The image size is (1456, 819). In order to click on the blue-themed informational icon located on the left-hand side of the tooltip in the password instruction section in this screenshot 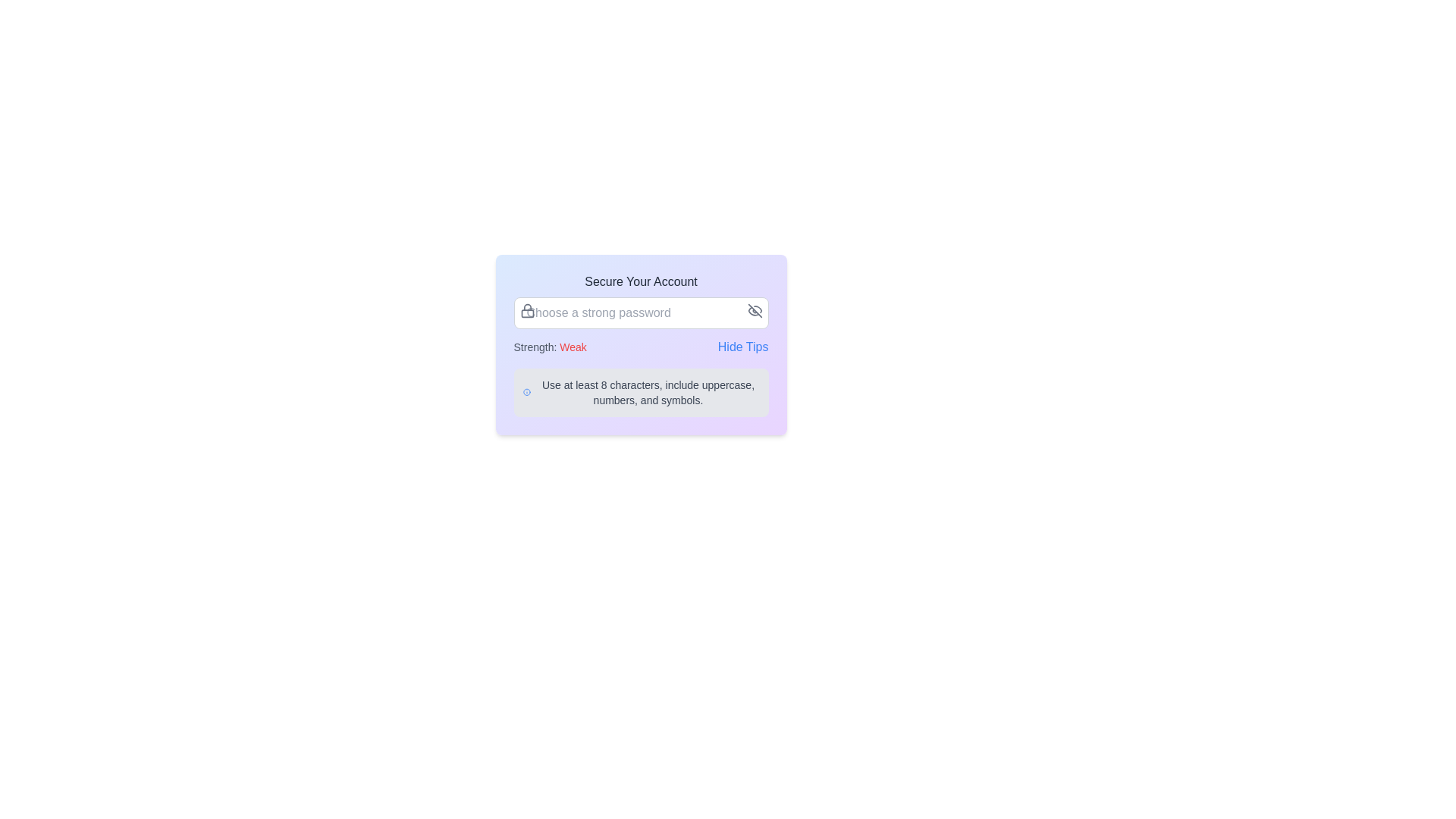, I will do `click(527, 391)`.